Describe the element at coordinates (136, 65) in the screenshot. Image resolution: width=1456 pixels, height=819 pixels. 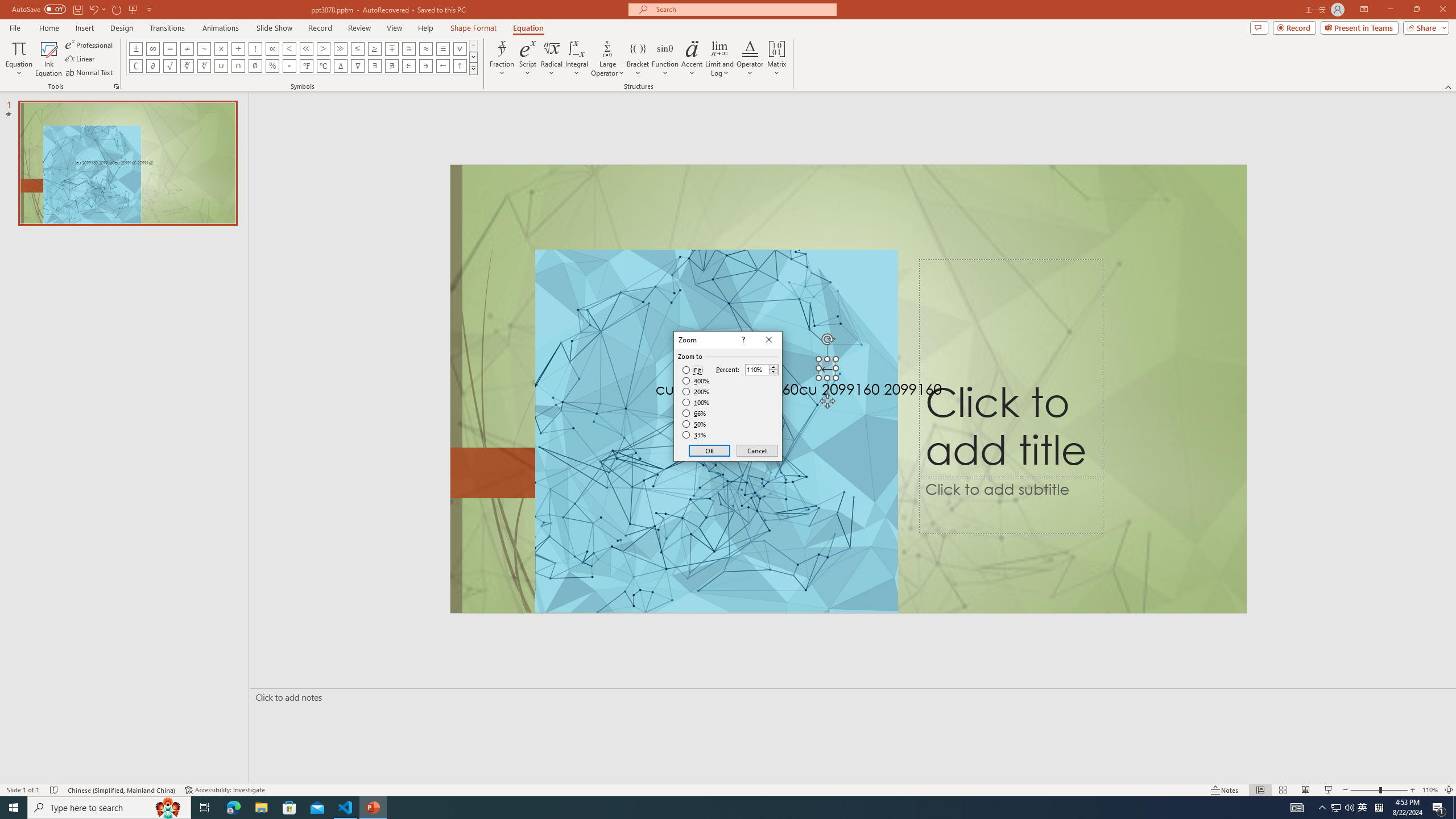
I see `'Equation Symbol Complement'` at that location.